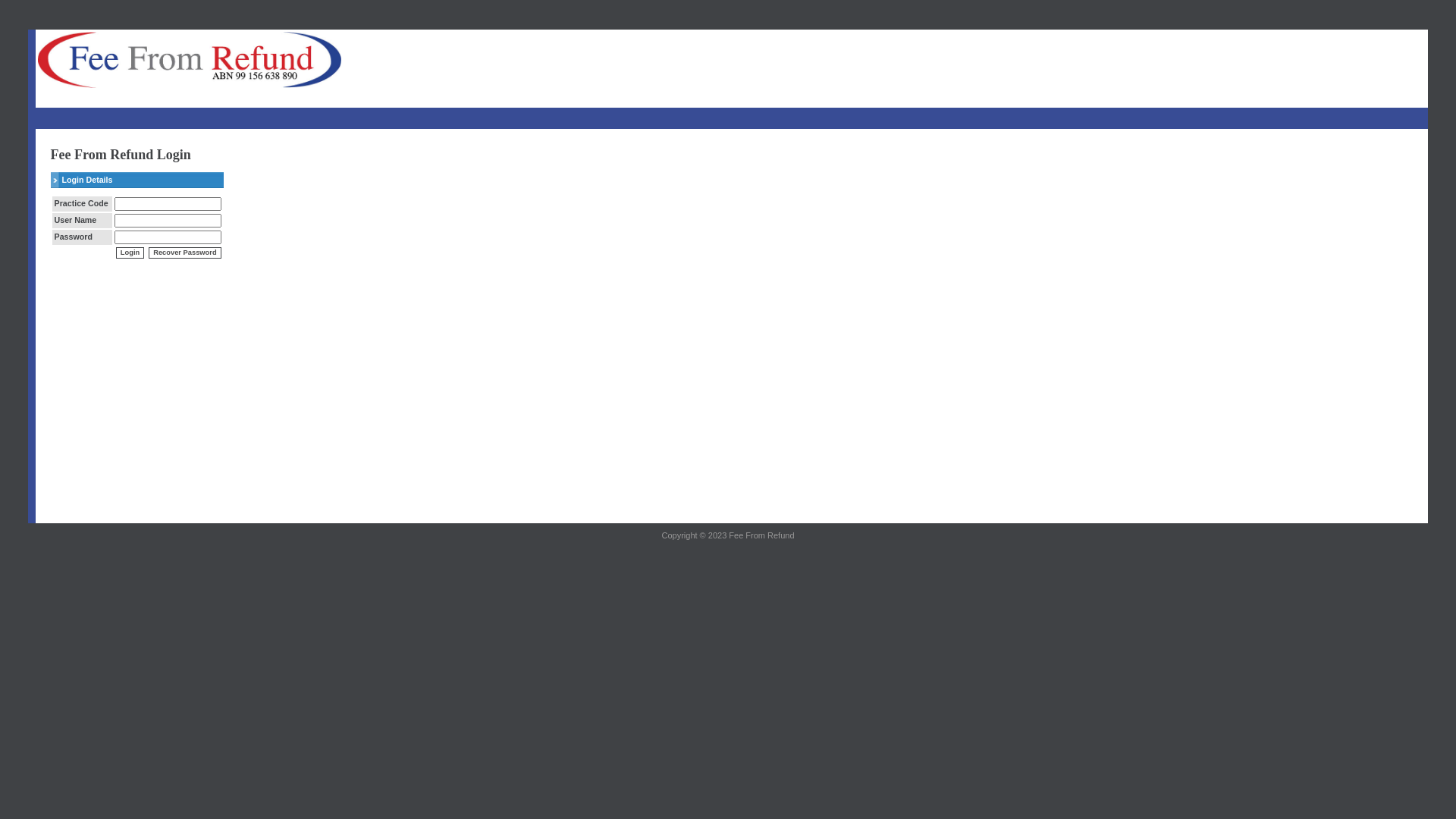  I want to click on 'Login', so click(130, 252).